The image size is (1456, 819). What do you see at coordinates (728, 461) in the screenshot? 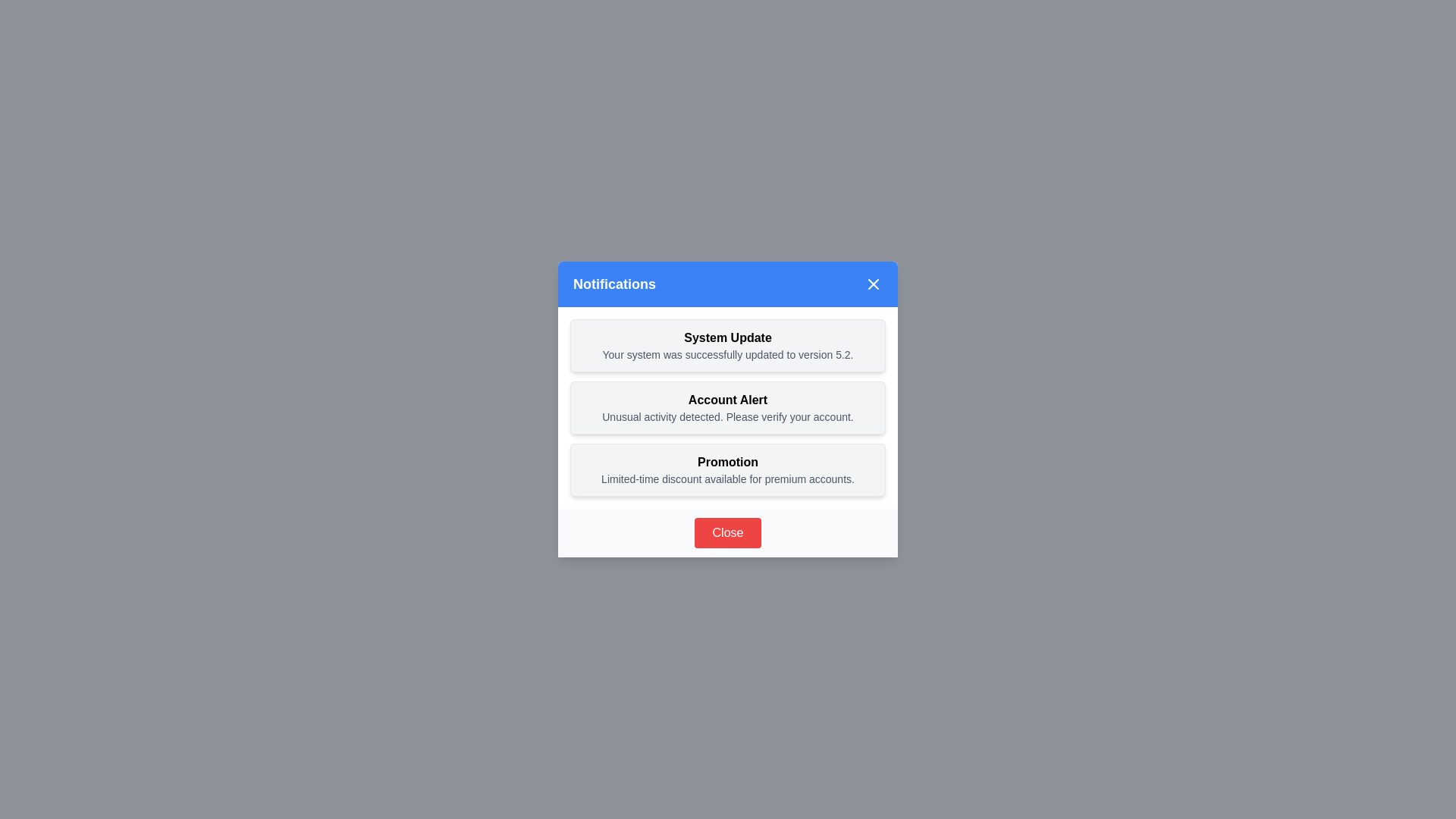
I see `the text content of the Text label, which serves as a title for the notification context, positioned at the center bottom of the notification card` at bounding box center [728, 461].